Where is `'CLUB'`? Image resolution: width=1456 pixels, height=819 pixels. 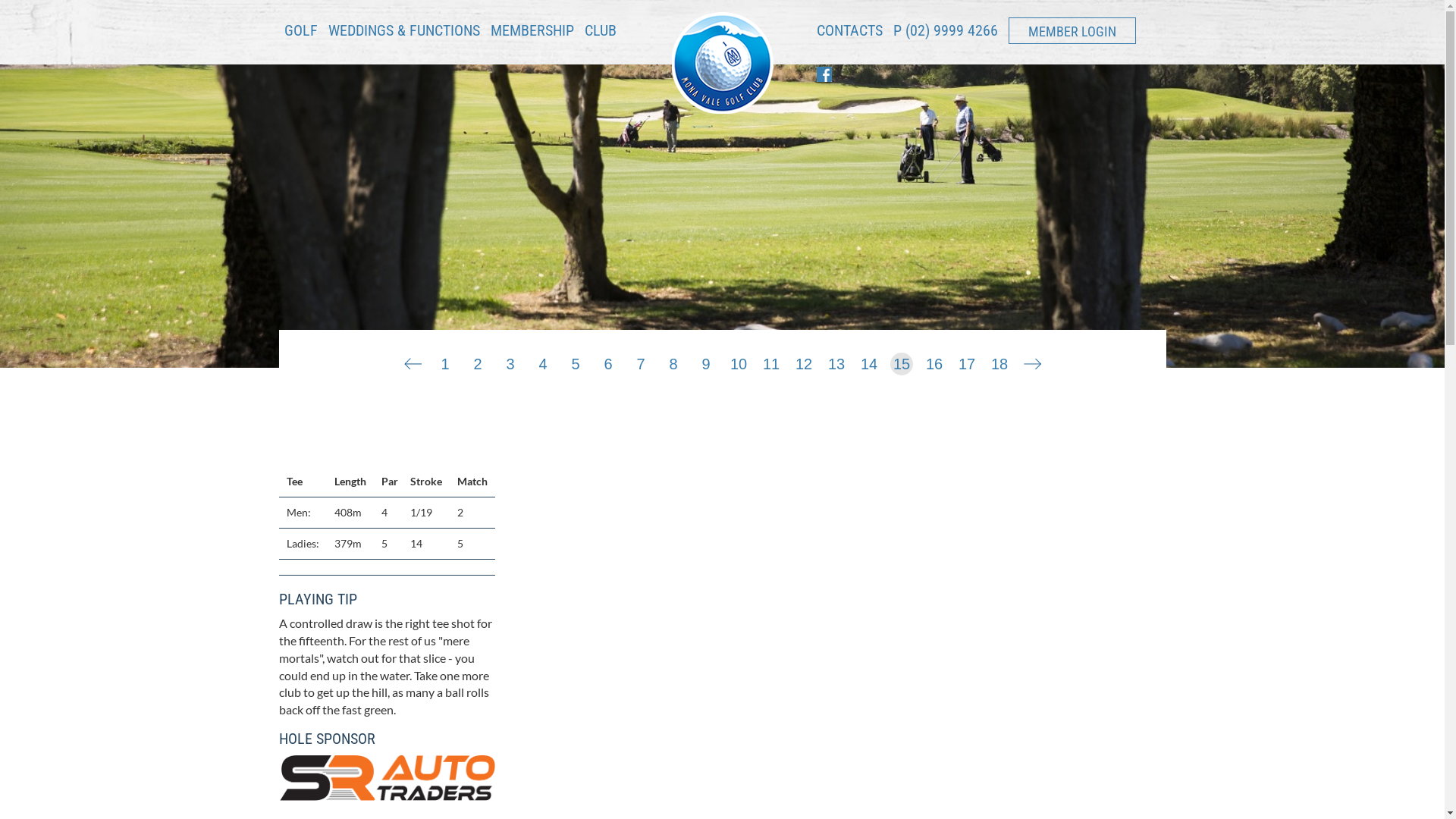
'CLUB' is located at coordinates (599, 35).